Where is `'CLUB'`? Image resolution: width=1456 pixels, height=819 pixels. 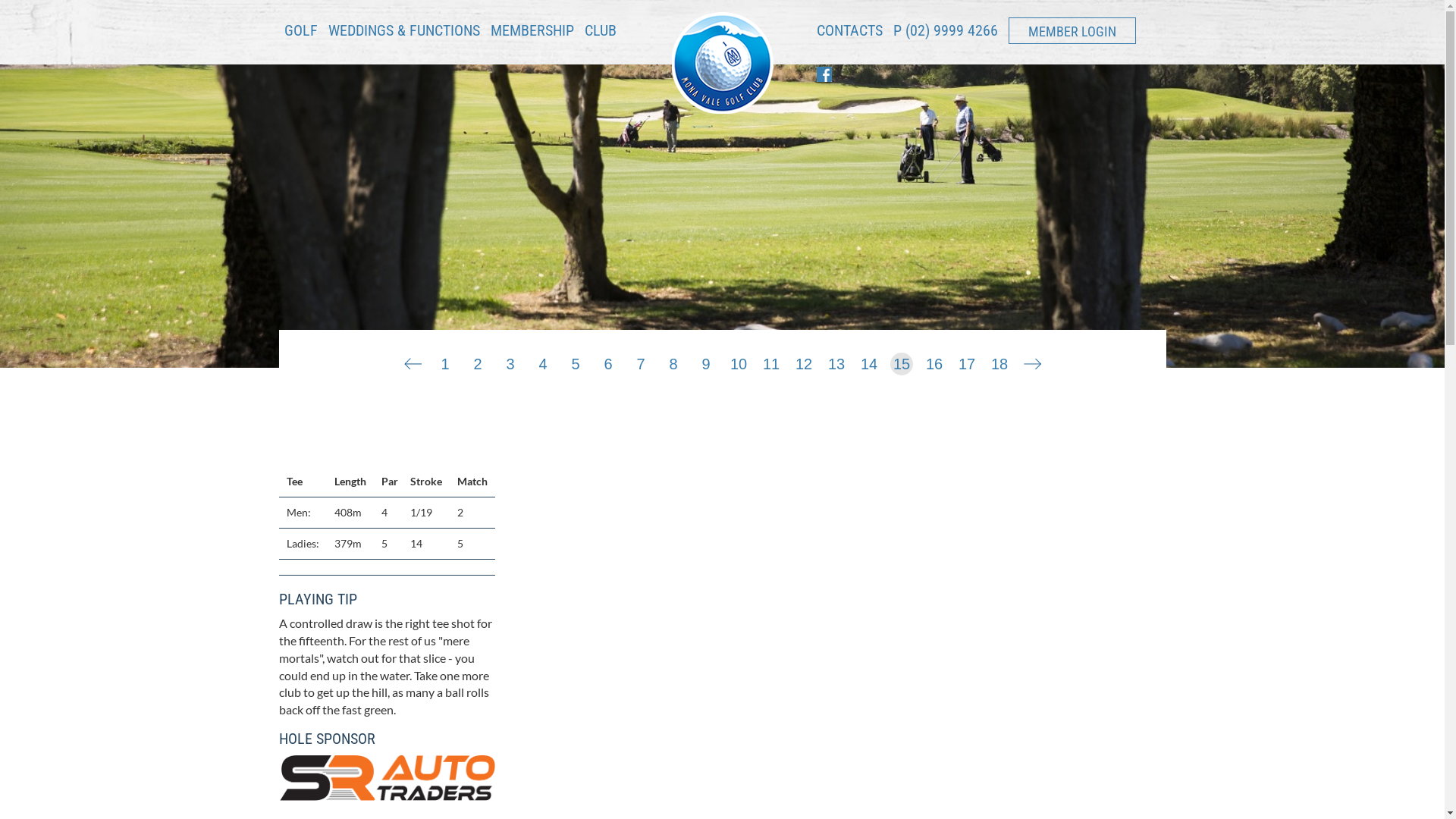
'CLUB' is located at coordinates (599, 35).